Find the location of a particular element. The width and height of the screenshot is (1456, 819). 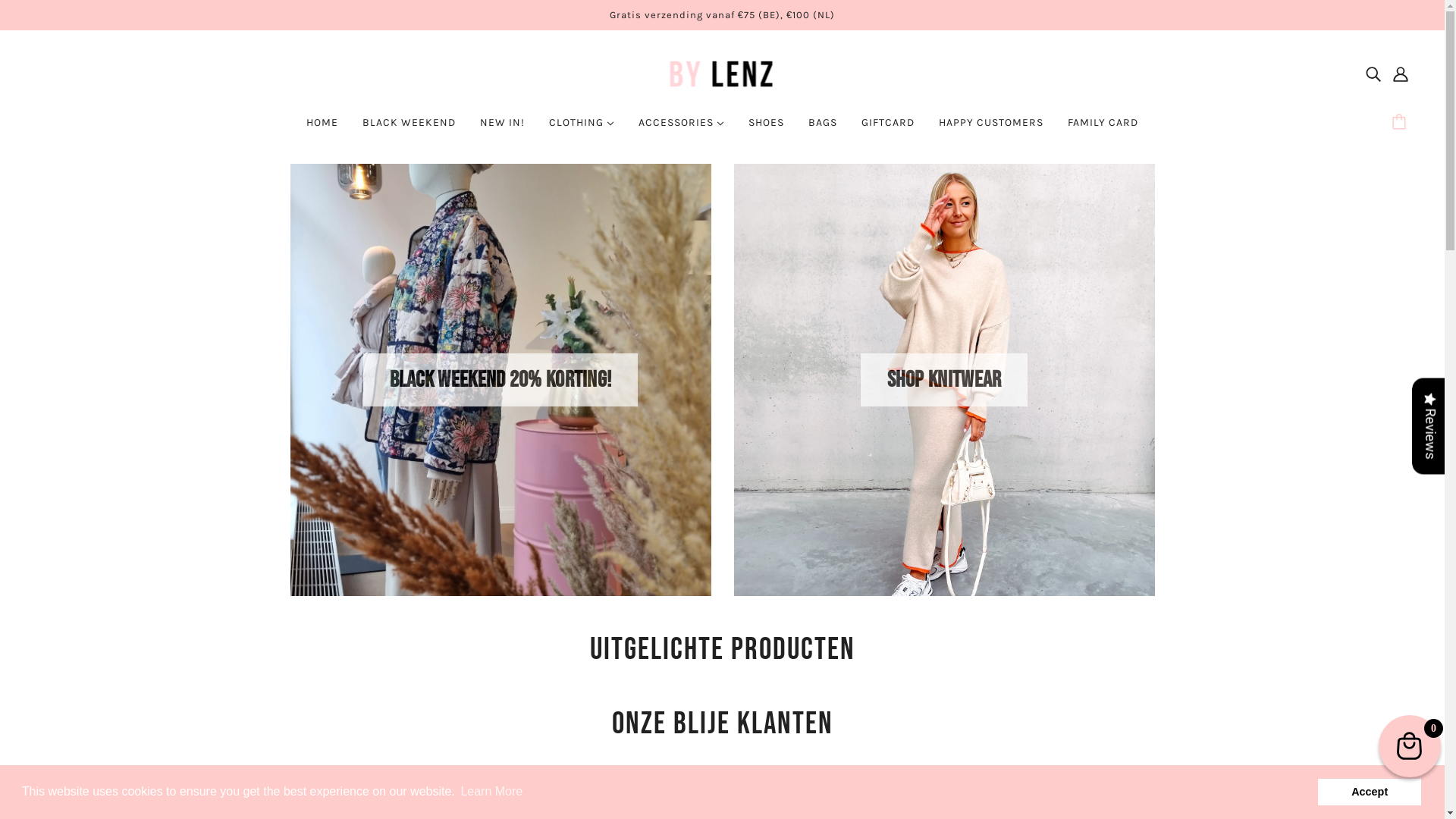

'HOME' is located at coordinates (322, 127).